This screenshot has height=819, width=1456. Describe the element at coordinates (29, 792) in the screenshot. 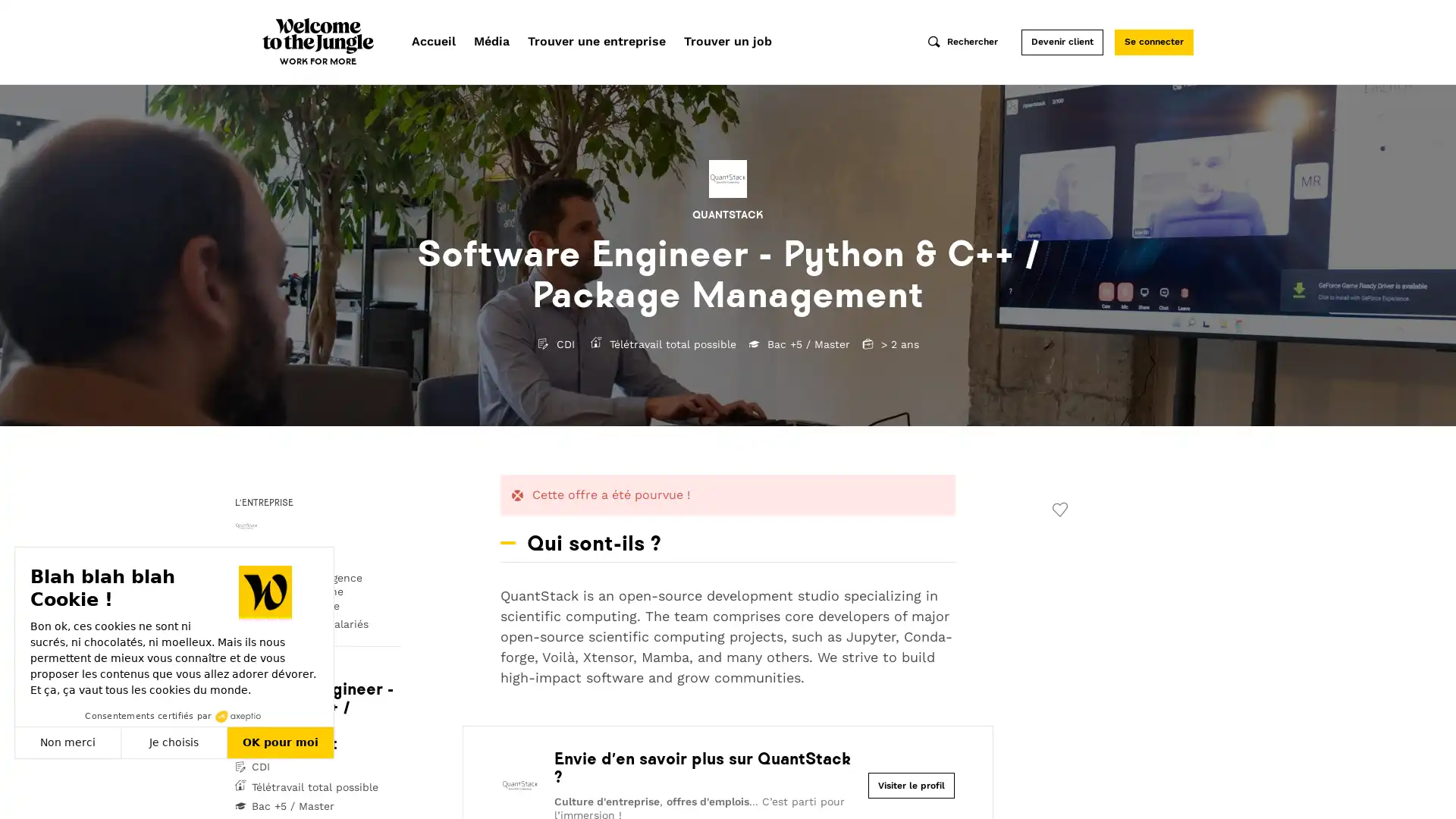

I see `Fermer` at that location.